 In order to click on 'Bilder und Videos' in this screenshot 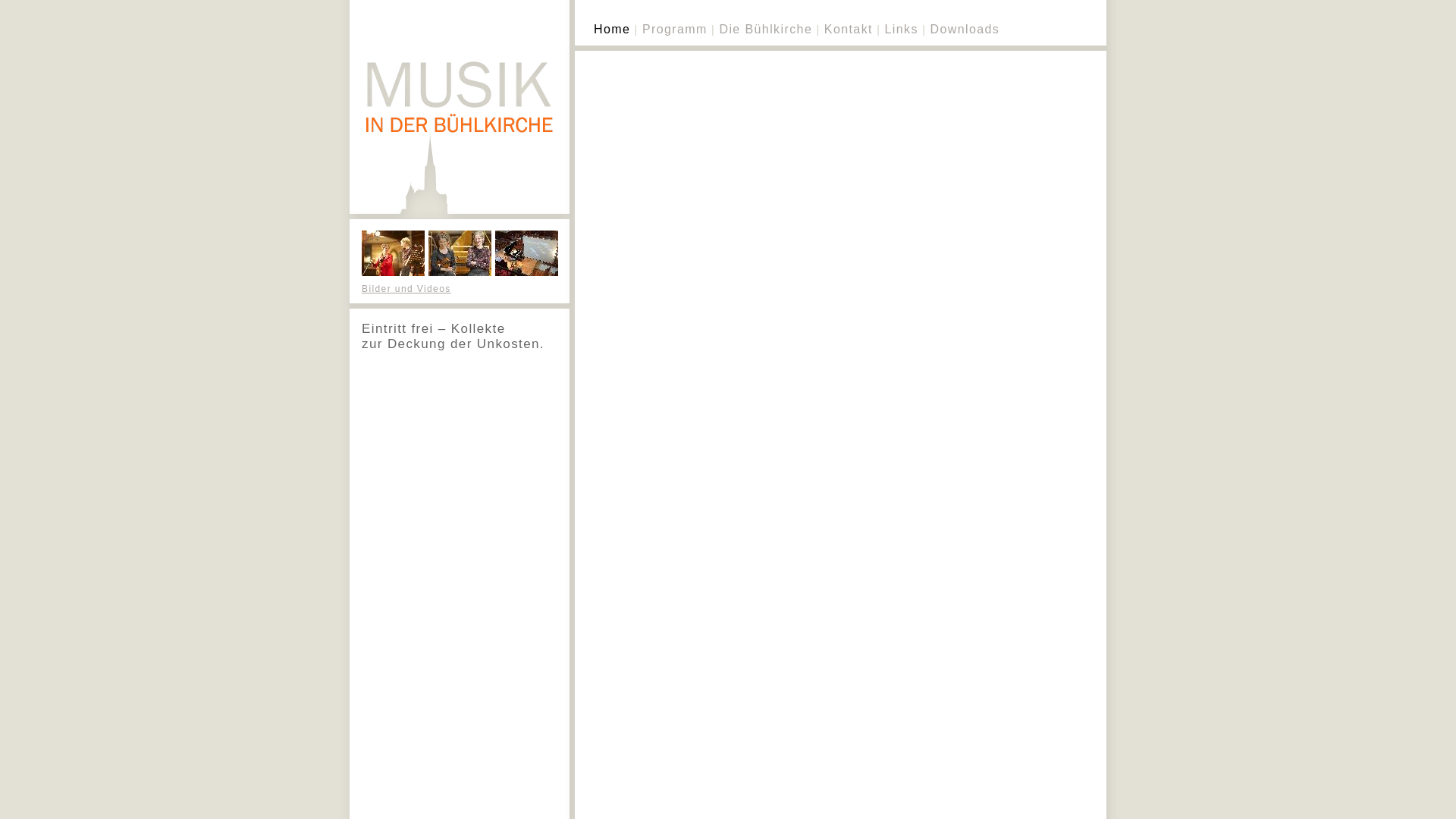, I will do `click(360, 289)`.